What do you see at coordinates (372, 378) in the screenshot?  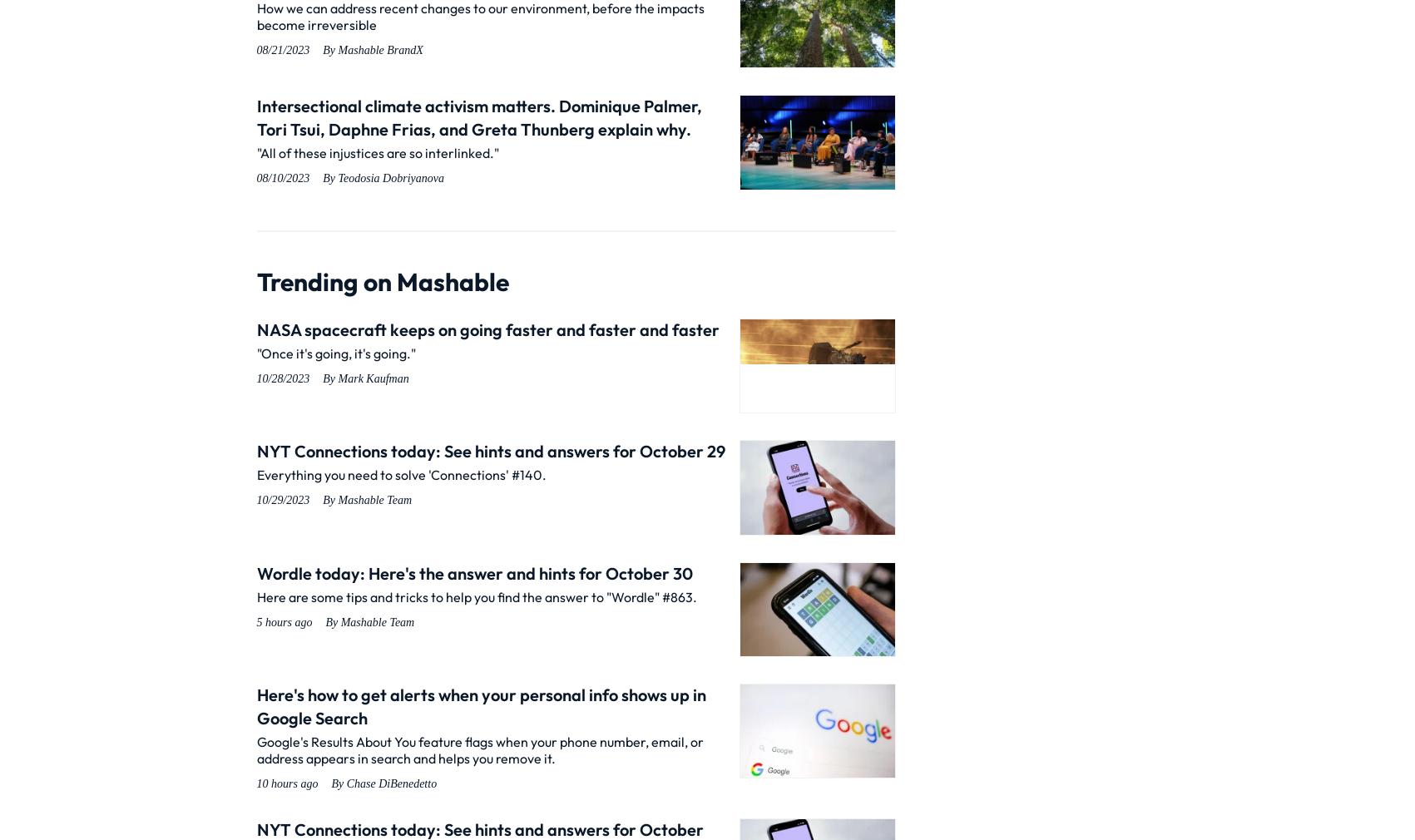 I see `'Mark Kaufman'` at bounding box center [372, 378].